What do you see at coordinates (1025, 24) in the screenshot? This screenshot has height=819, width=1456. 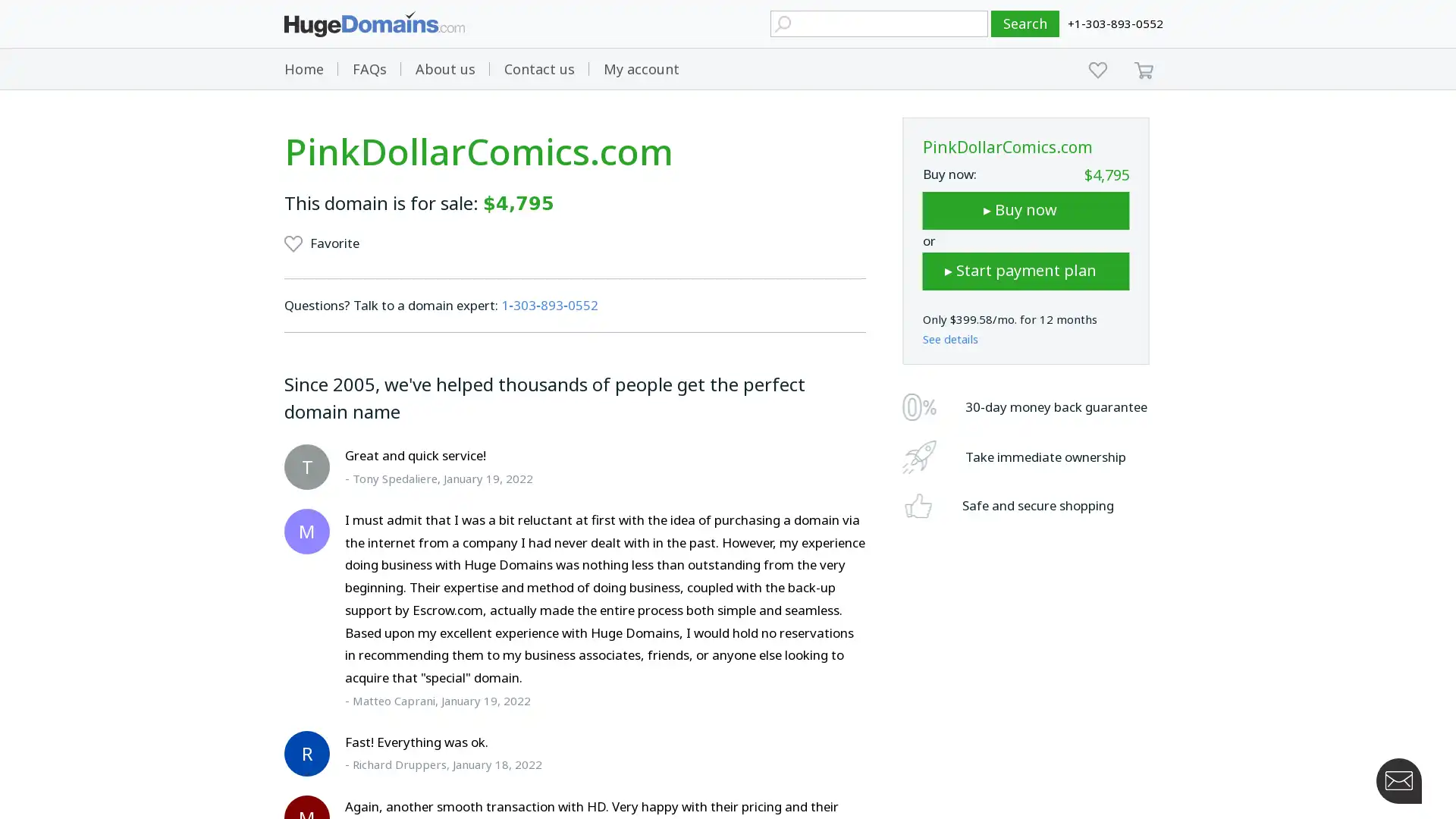 I see `Search` at bounding box center [1025, 24].